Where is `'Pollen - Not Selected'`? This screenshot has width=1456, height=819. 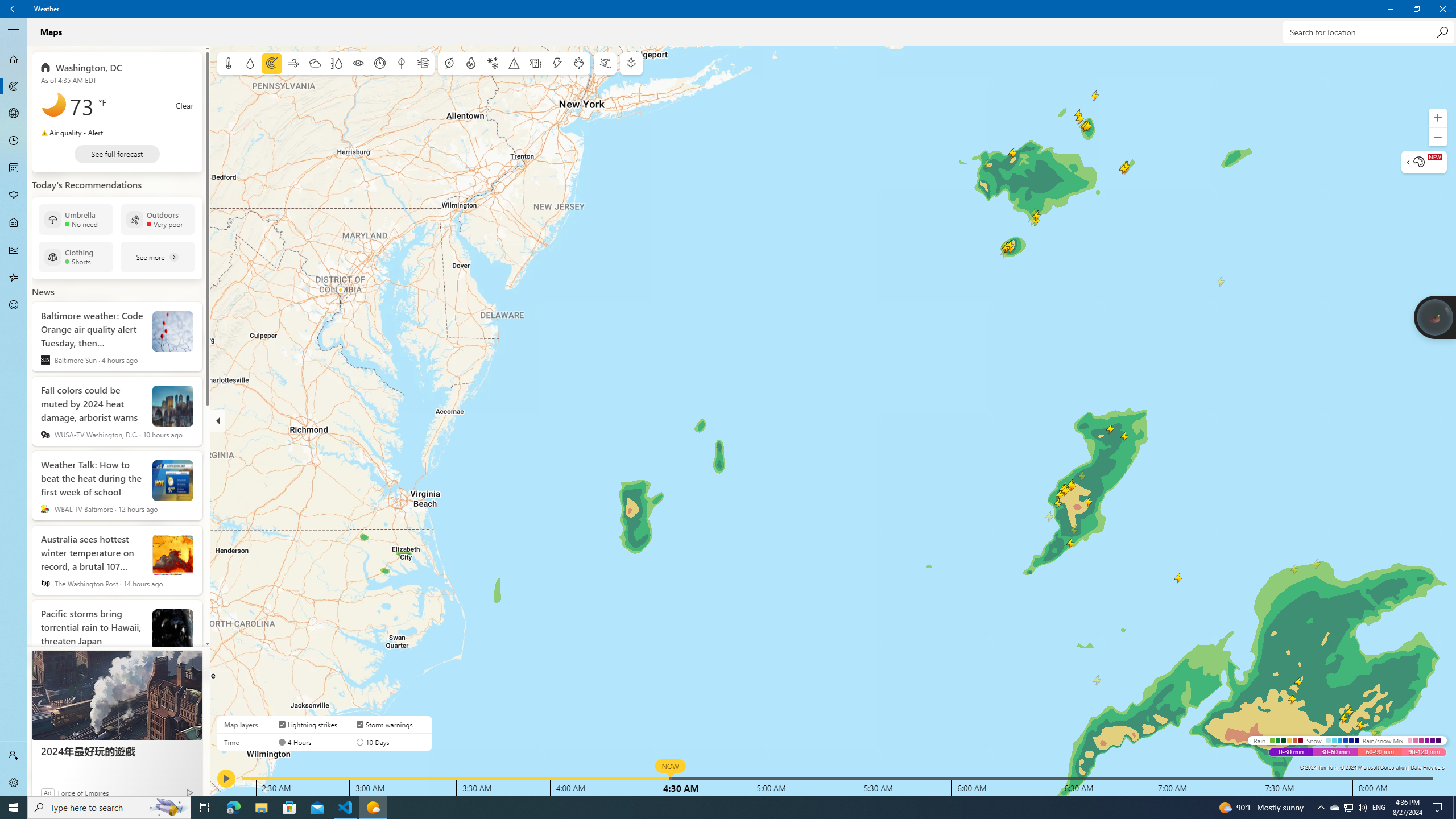 'Pollen - Not Selected' is located at coordinates (14, 196).